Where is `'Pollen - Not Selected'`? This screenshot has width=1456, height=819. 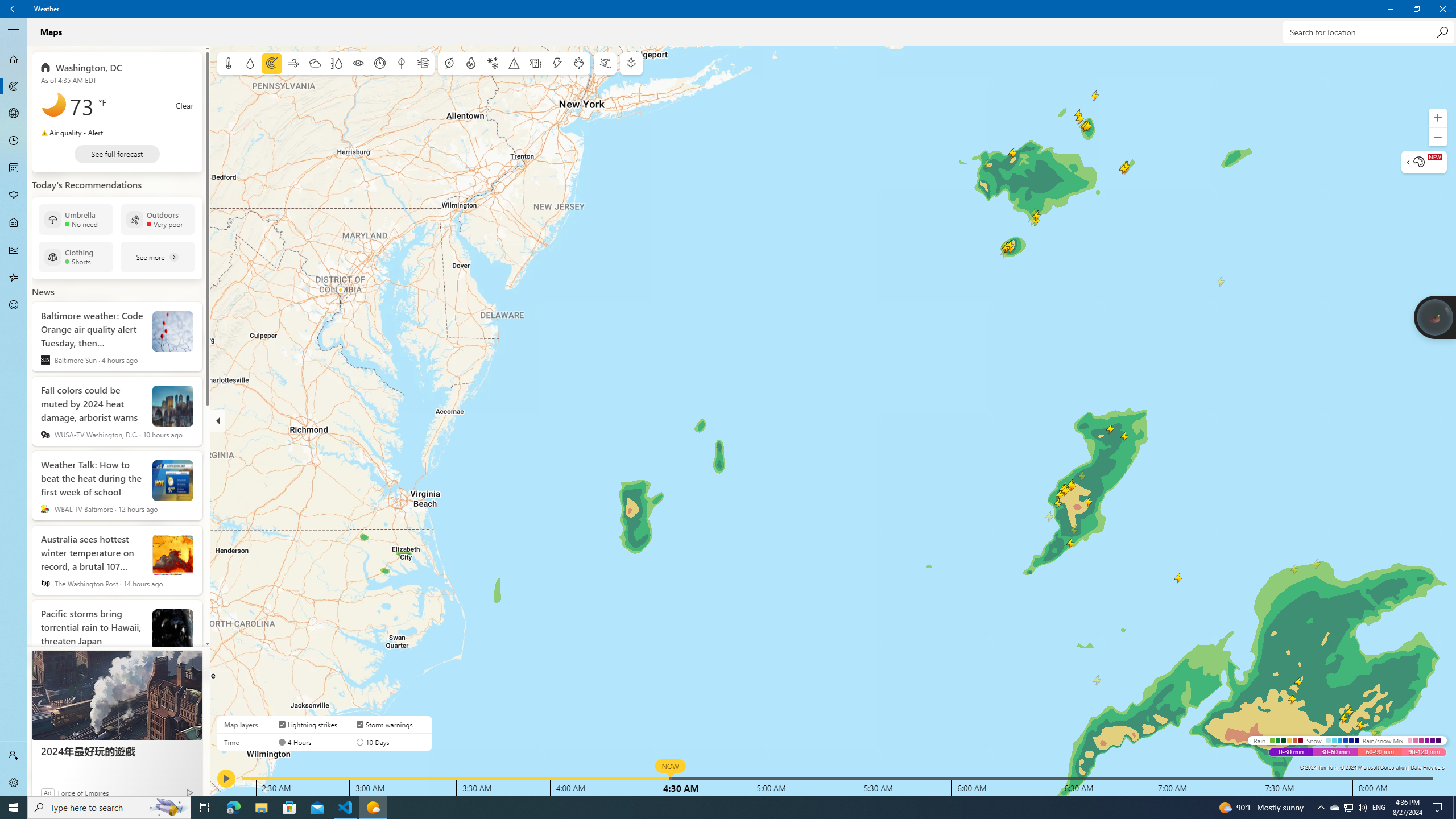 'Pollen - Not Selected' is located at coordinates (14, 196).